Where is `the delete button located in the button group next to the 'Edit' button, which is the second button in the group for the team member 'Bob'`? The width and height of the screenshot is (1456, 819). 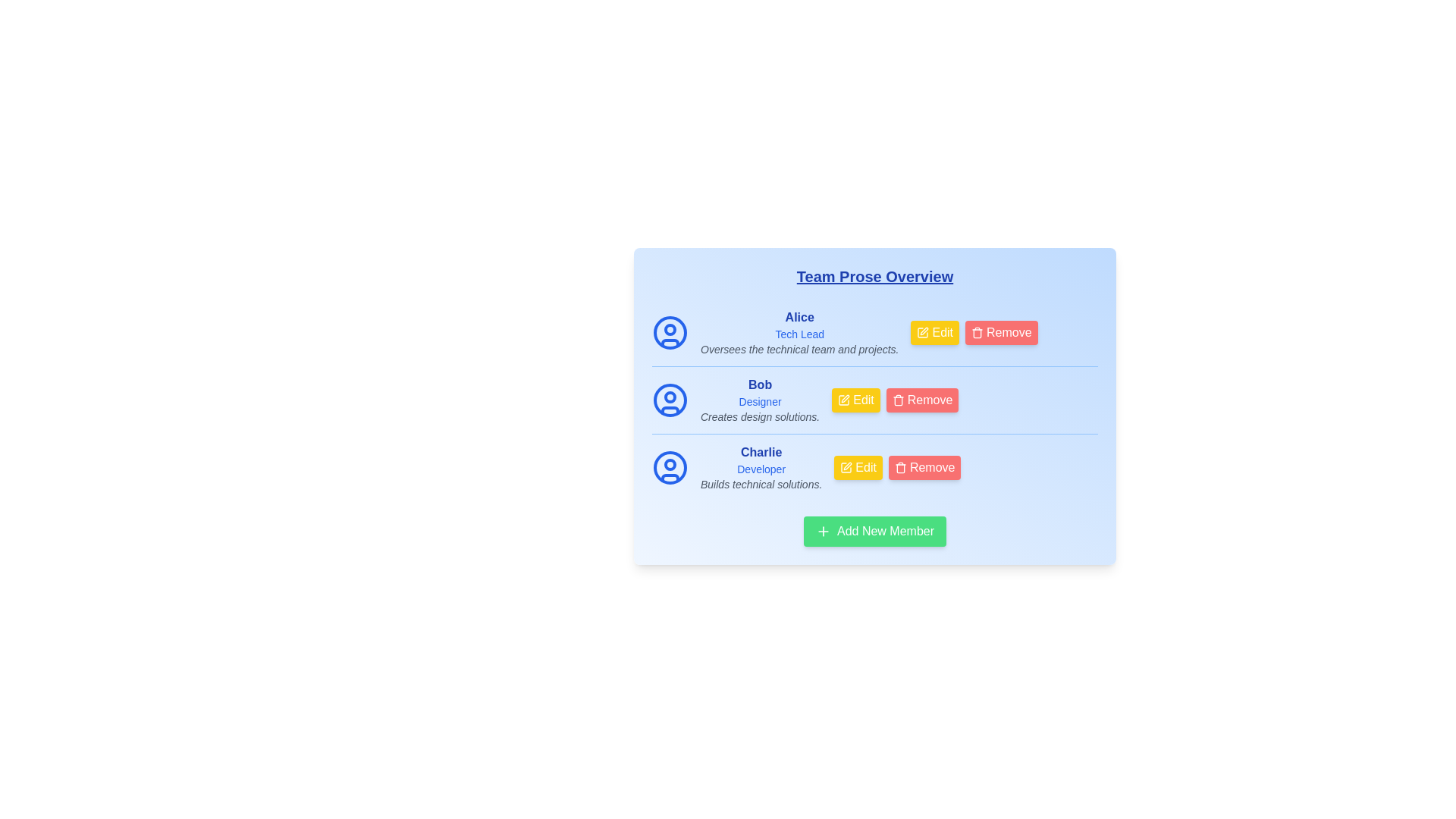 the delete button located in the button group next to the 'Edit' button, which is the second button in the group for the team member 'Bob' is located at coordinates (921, 400).